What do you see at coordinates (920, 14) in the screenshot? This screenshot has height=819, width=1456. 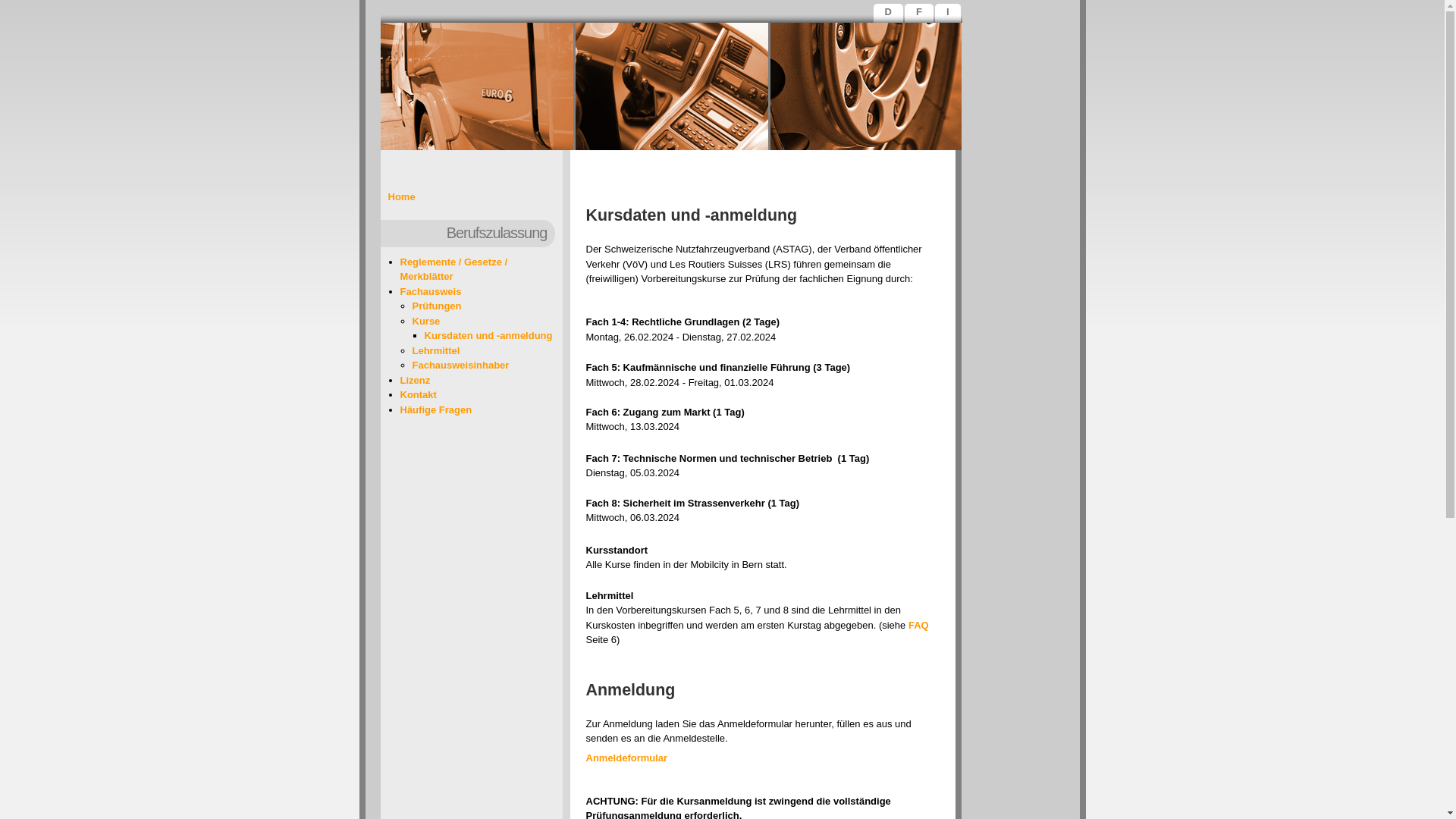 I see `'F'` at bounding box center [920, 14].